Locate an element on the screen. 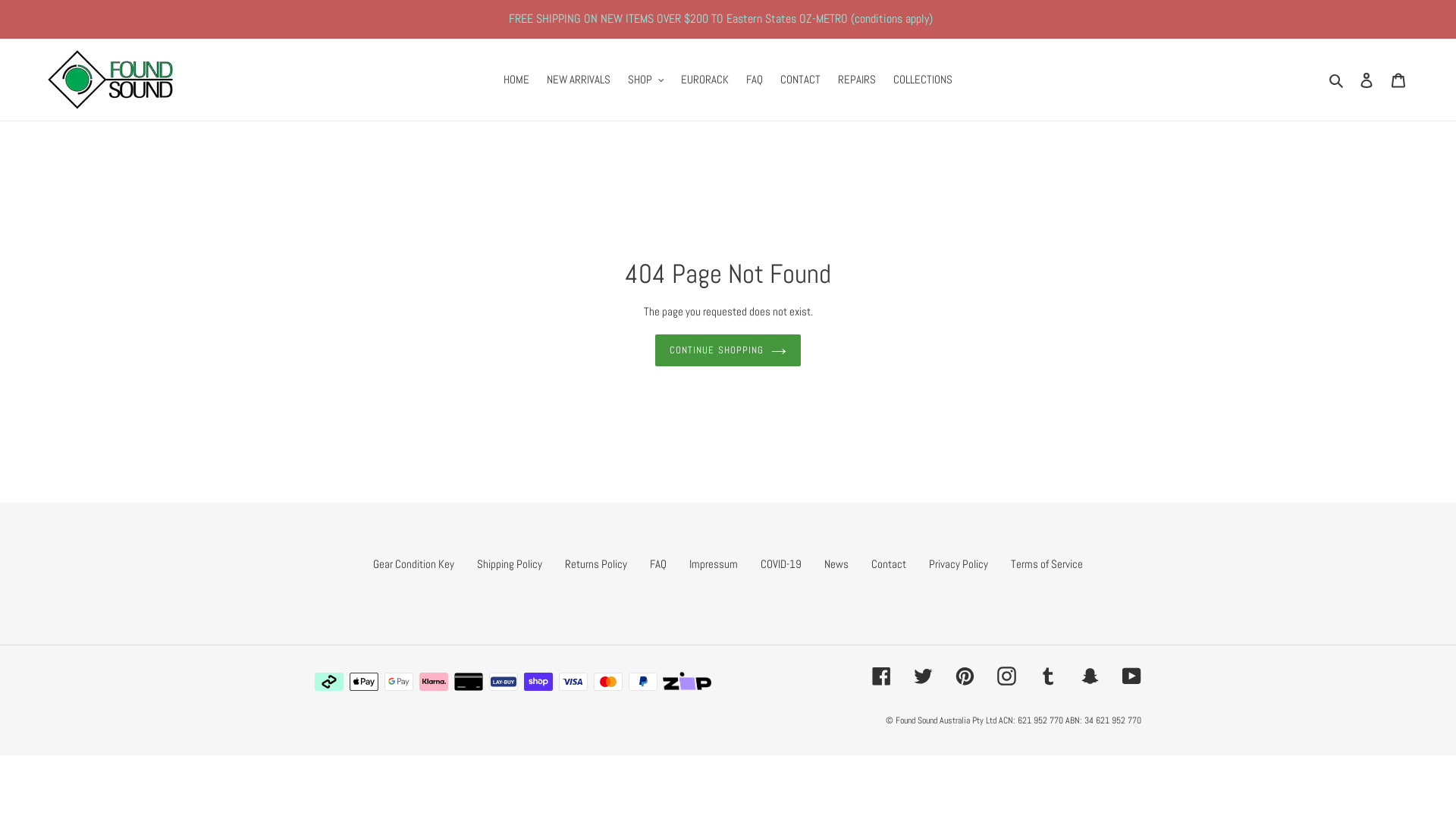  'NEW ARRIVALS' is located at coordinates (578, 80).